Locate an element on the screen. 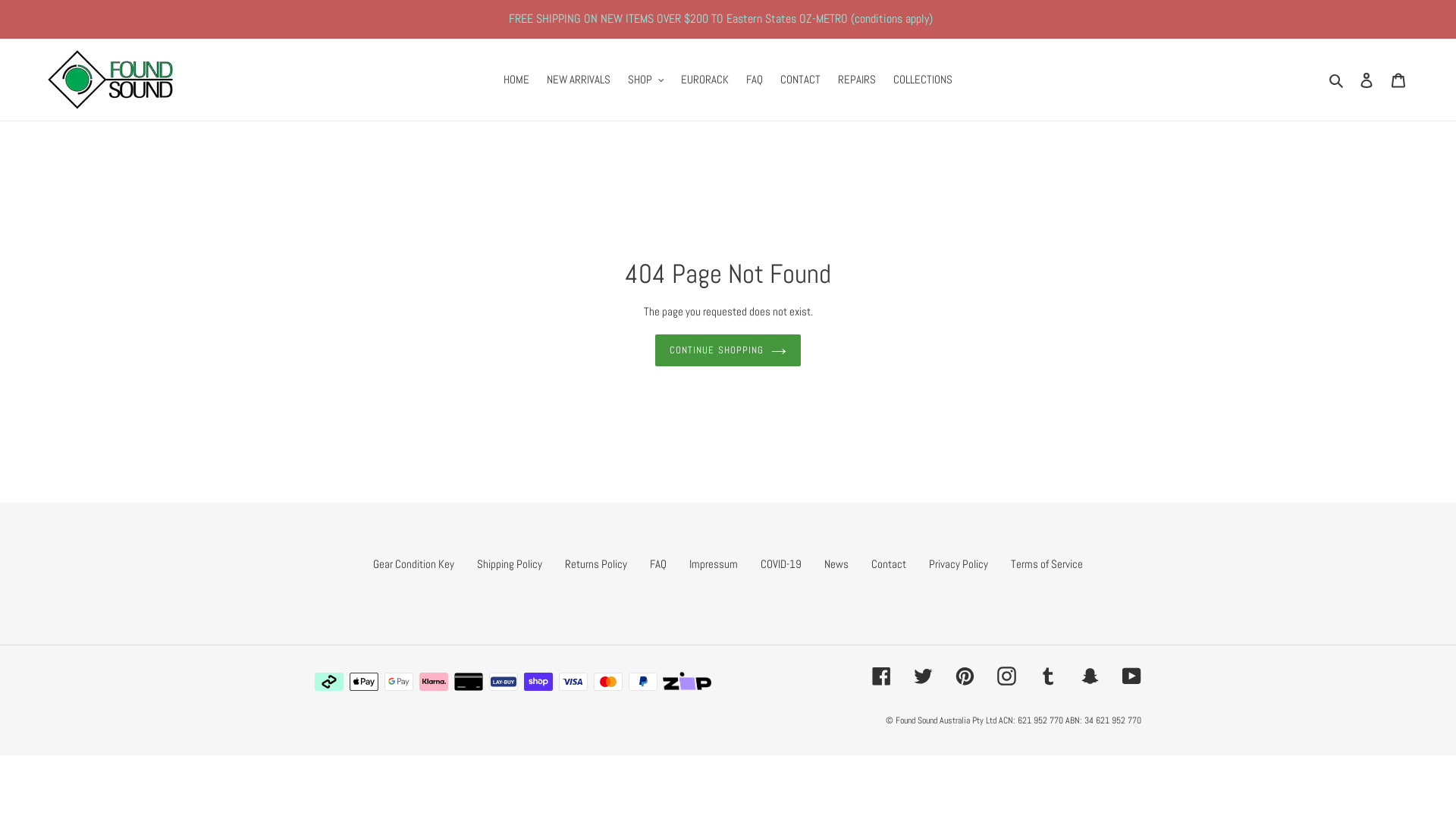  'NEW ARRIVALS' is located at coordinates (578, 80).